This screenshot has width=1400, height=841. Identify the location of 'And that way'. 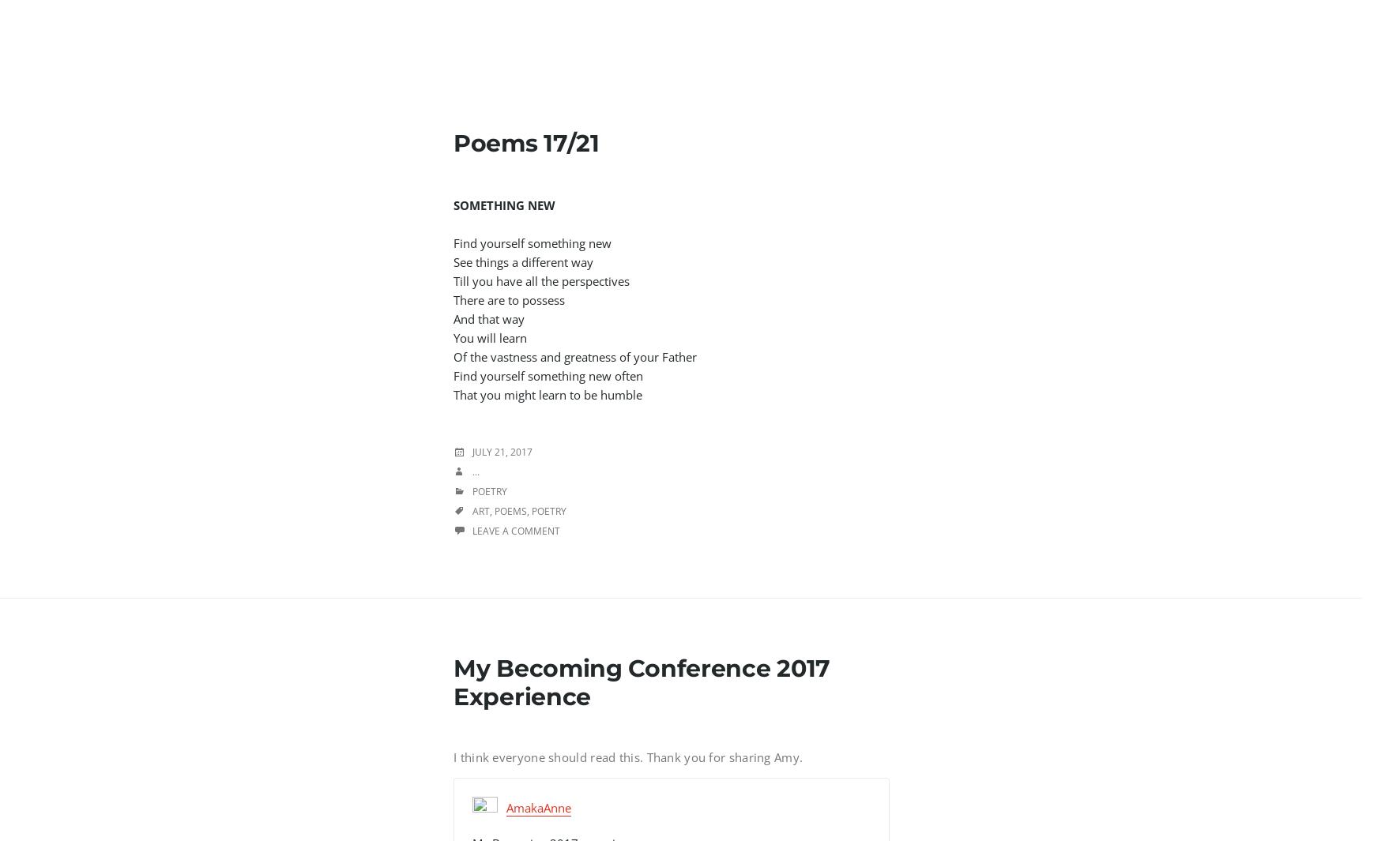
(491, 317).